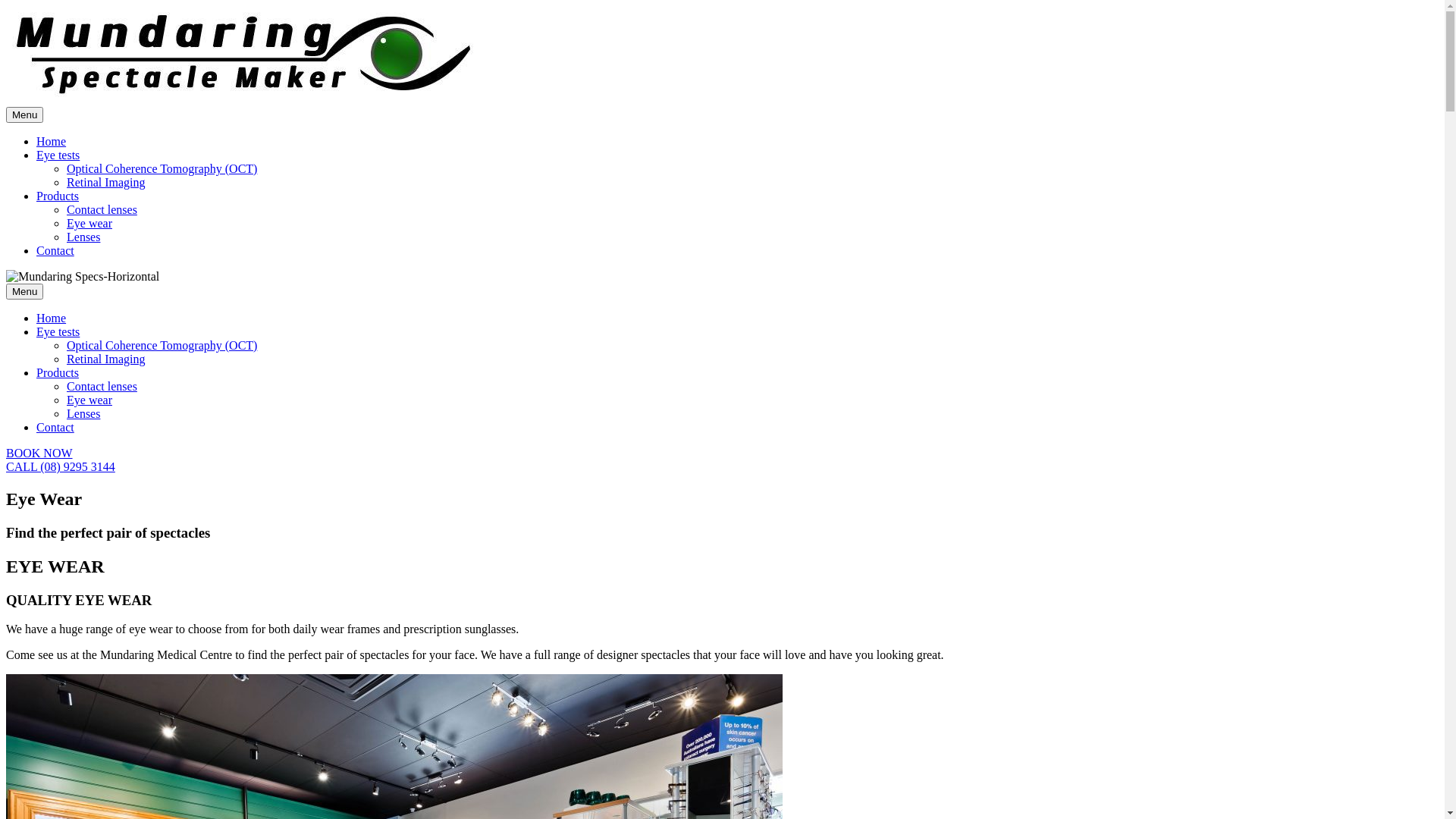 The height and width of the screenshot is (819, 1456). I want to click on 'Contact lenses', so click(101, 385).